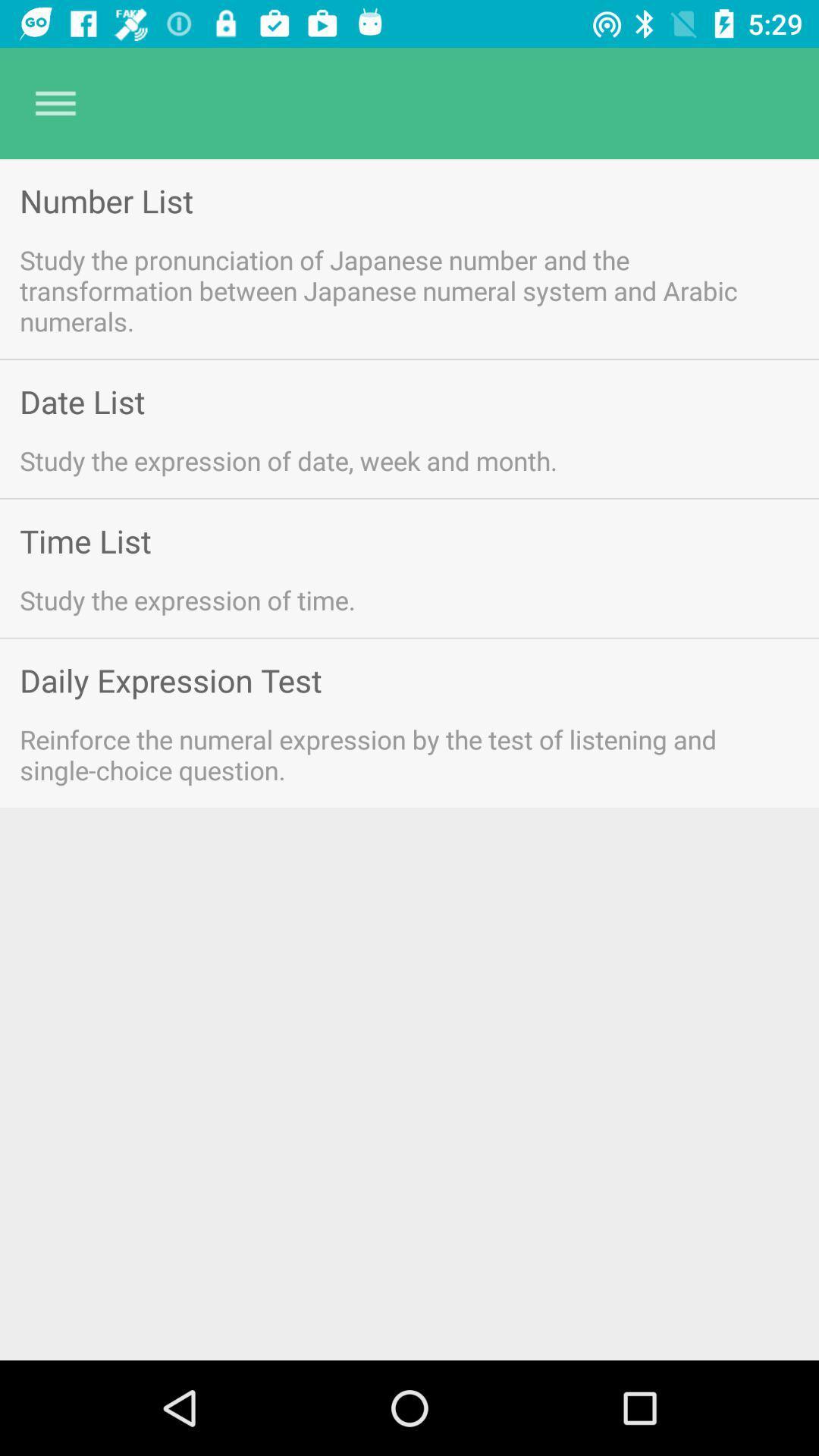  What do you see at coordinates (55, 102) in the screenshot?
I see `app above number list` at bounding box center [55, 102].